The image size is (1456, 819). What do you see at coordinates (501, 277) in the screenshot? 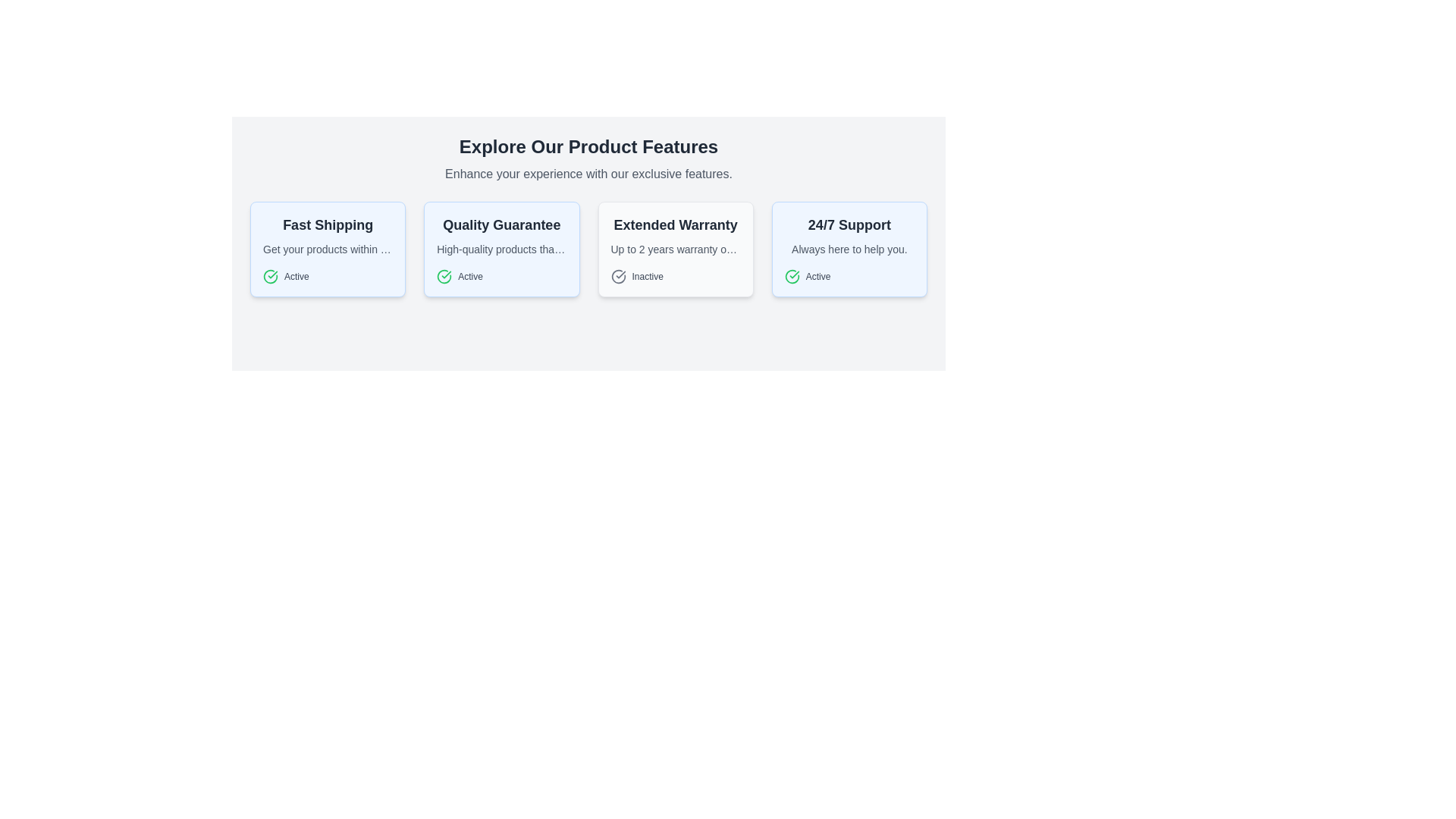
I see `the text label reading 'Active' located at the lower-left corner of the 'Quality Guarantee' card, adjacent to the green checkmark icon` at bounding box center [501, 277].